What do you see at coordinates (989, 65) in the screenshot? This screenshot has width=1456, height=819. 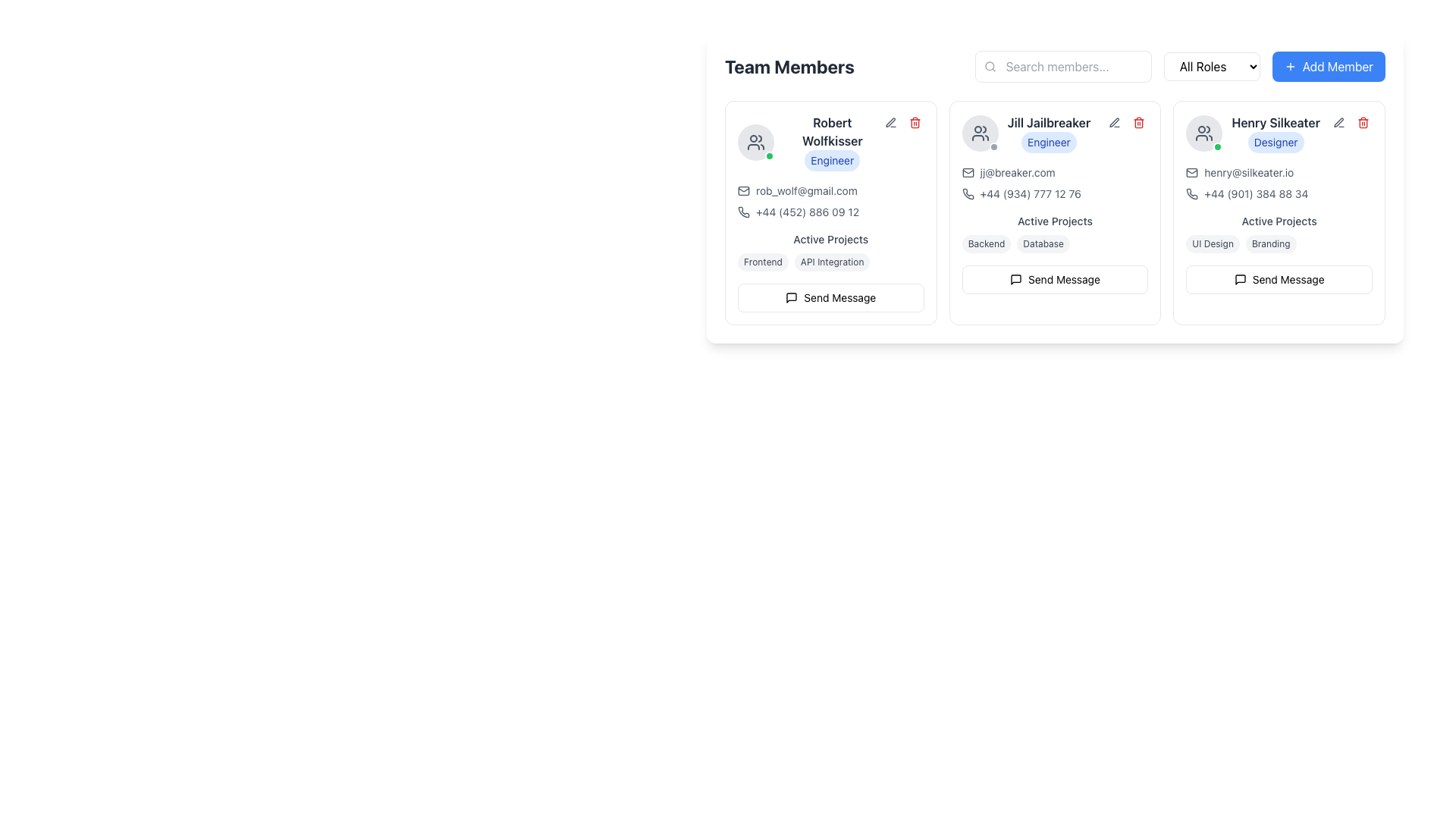 I see `the circular SVG element that forms part of the magnifying glass icon in the search bar, located to the left of the input field` at bounding box center [989, 65].